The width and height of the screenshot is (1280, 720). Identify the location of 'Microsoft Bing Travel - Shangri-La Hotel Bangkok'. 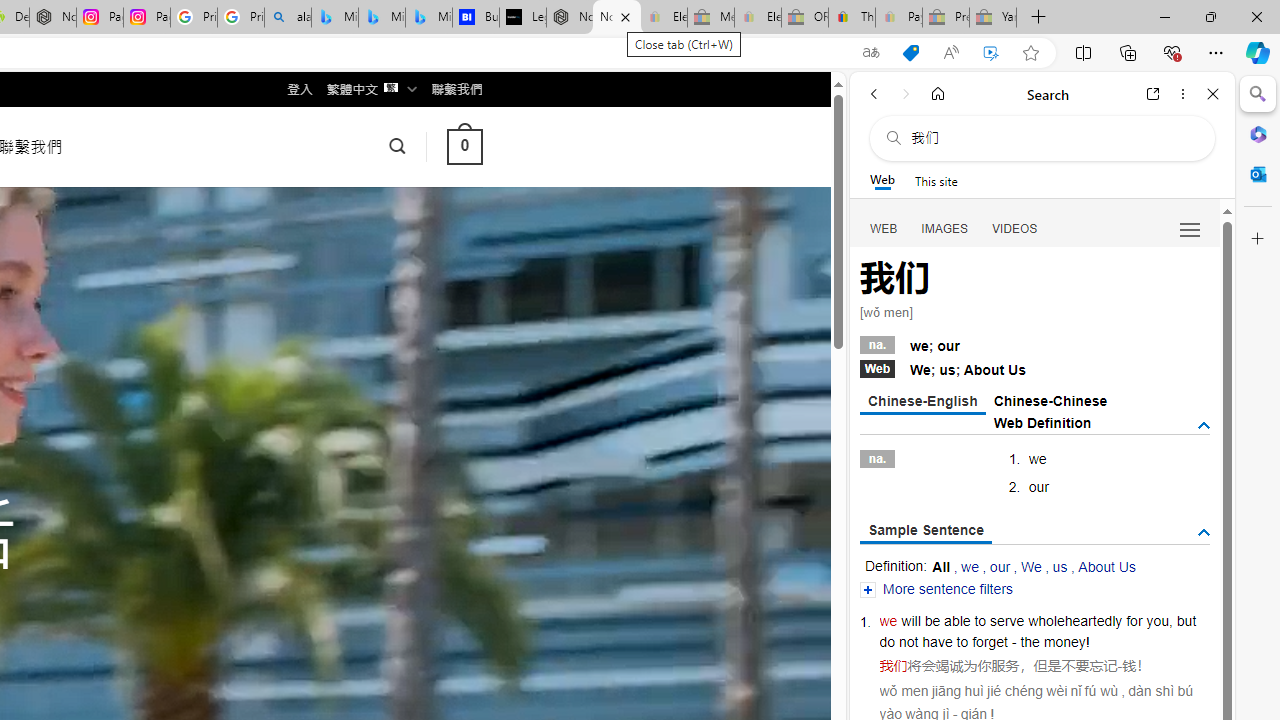
(427, 17).